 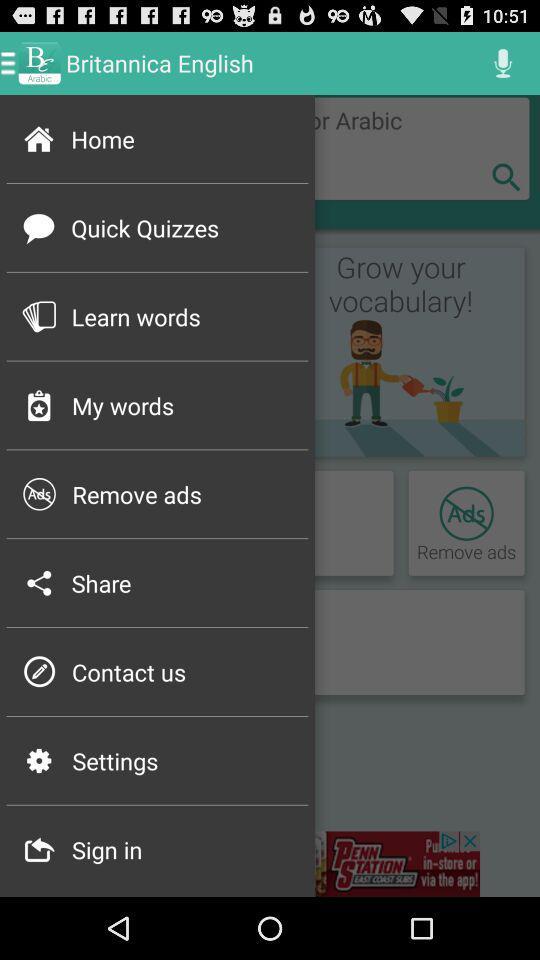 What do you see at coordinates (502, 62) in the screenshot?
I see `app next to britannica english item` at bounding box center [502, 62].